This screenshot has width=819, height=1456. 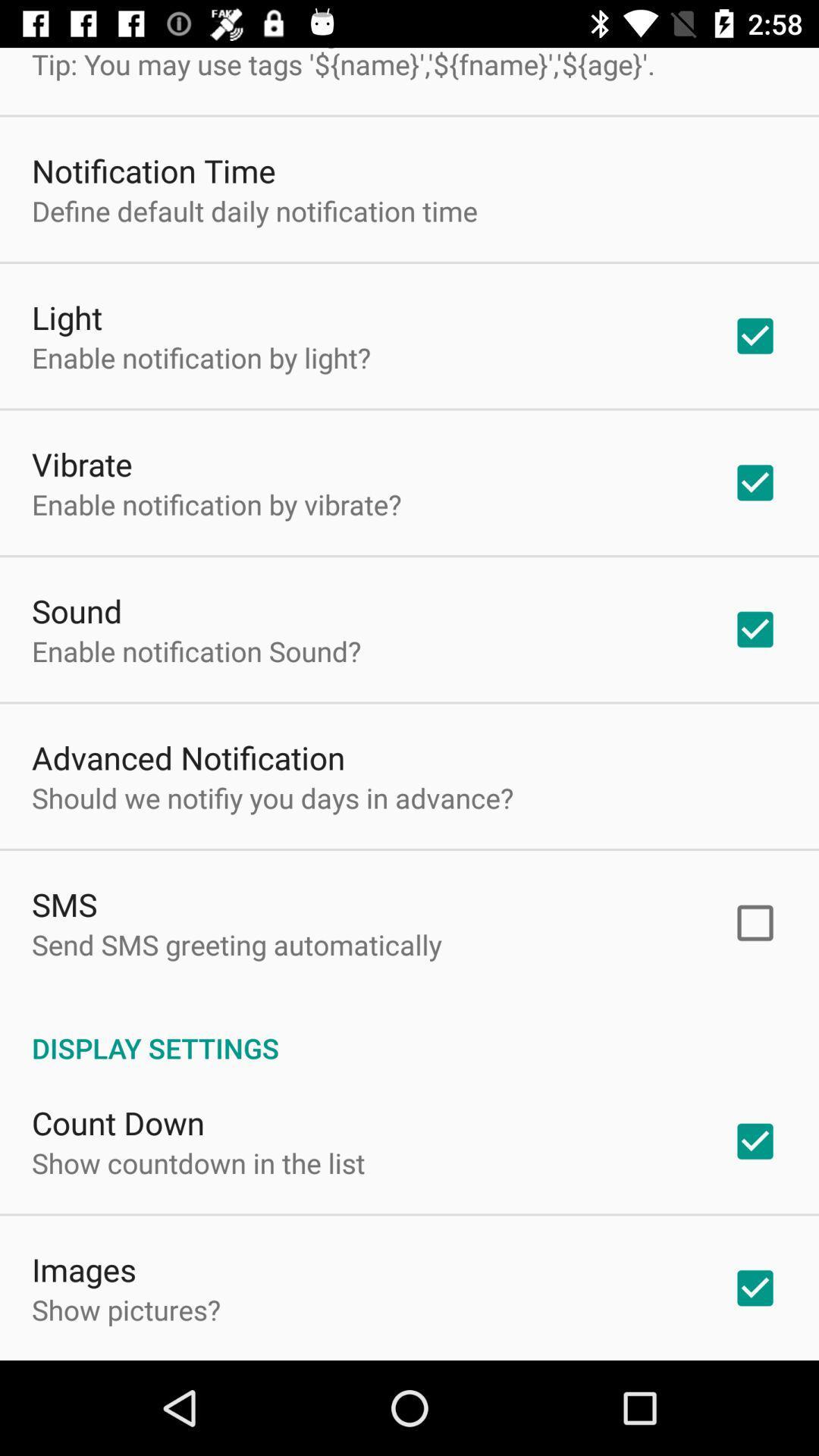 What do you see at coordinates (237, 943) in the screenshot?
I see `the item below the sms icon` at bounding box center [237, 943].